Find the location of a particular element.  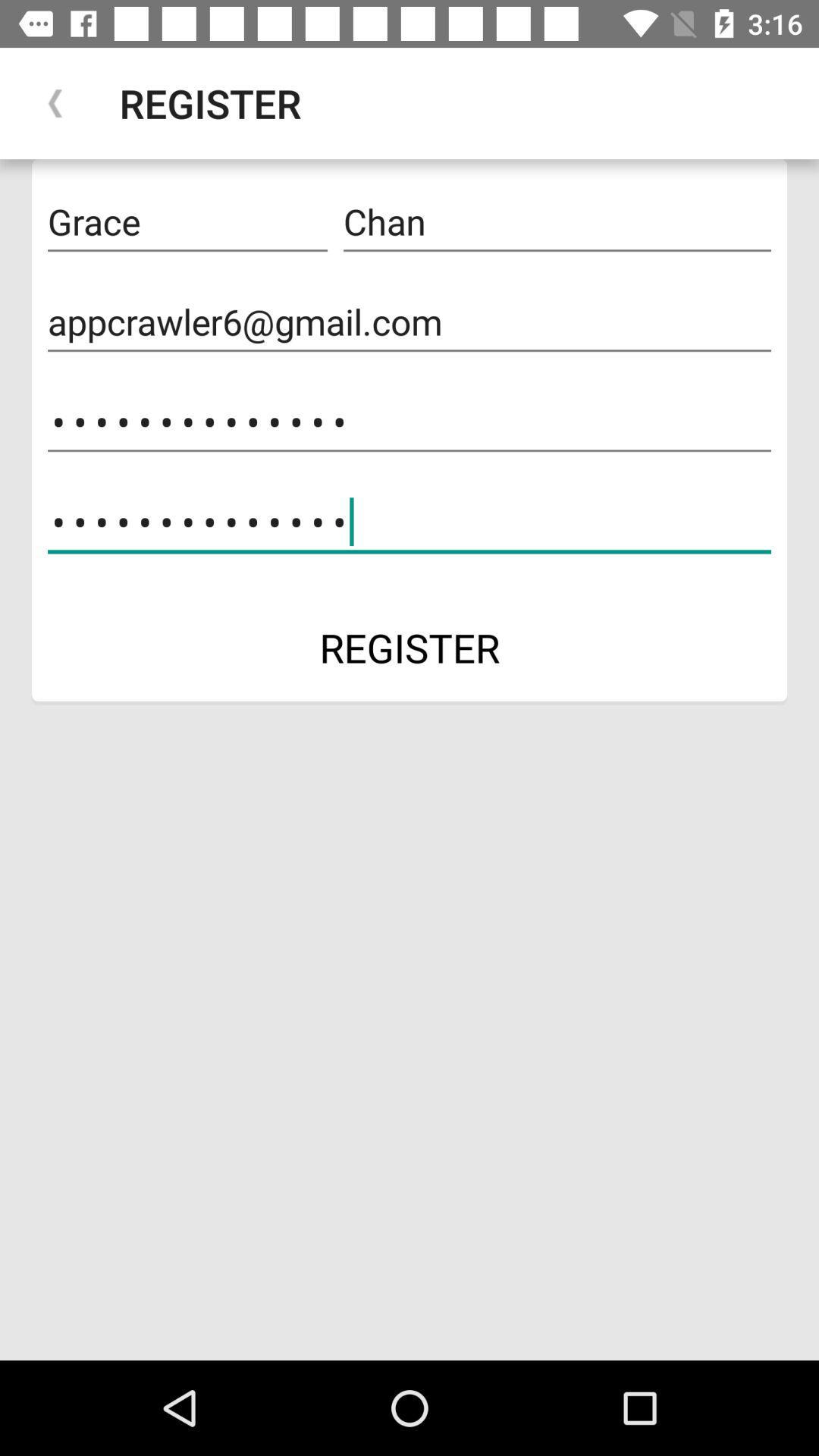

the item next to the grace icon is located at coordinates (557, 221).